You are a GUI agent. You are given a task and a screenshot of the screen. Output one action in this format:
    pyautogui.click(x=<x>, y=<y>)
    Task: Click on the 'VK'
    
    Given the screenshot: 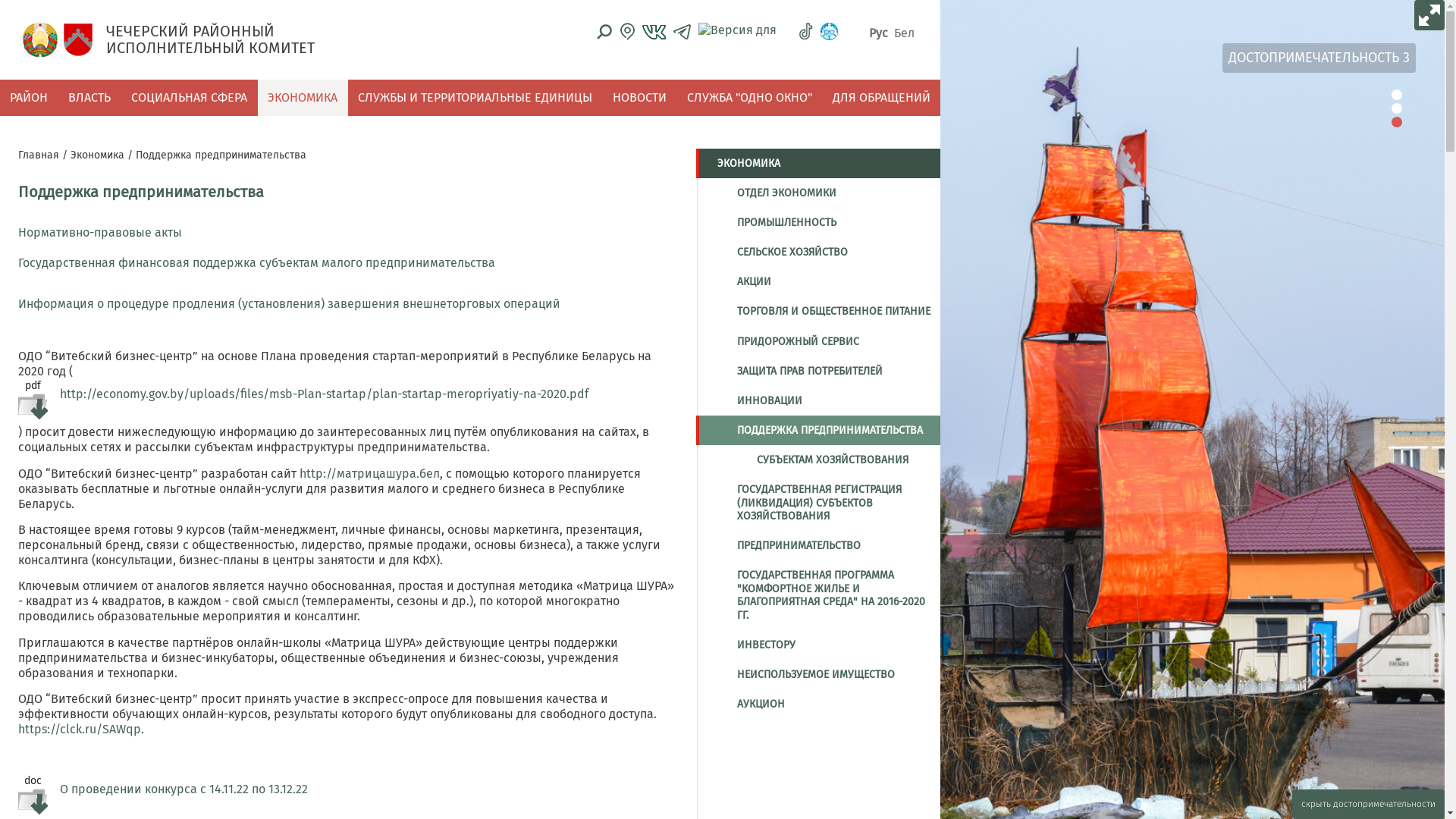 What is the action you would take?
    pyautogui.click(x=654, y=32)
    